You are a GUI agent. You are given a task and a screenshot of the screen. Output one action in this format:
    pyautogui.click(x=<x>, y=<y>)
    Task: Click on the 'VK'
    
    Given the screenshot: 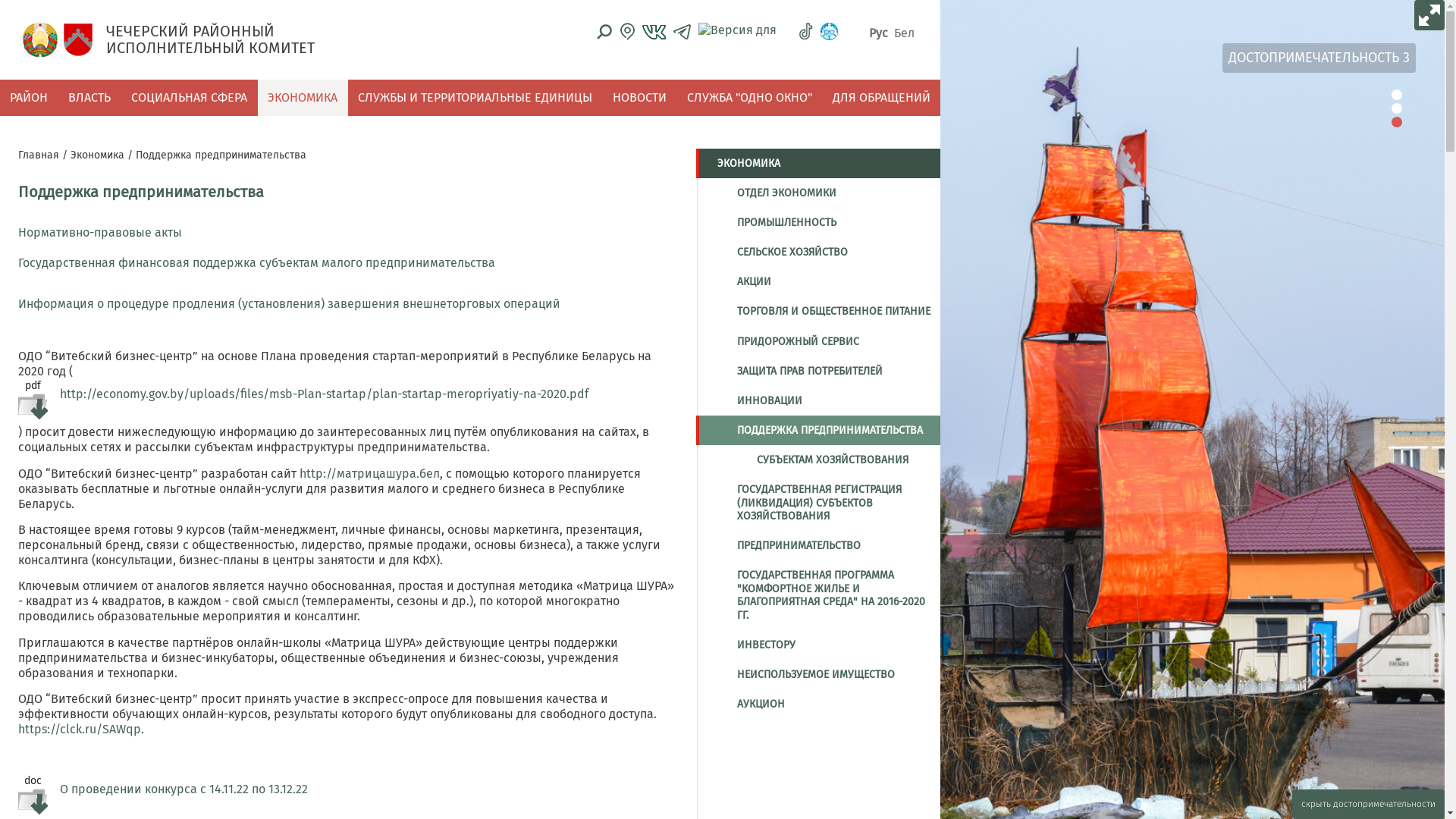 What is the action you would take?
    pyautogui.click(x=654, y=32)
    